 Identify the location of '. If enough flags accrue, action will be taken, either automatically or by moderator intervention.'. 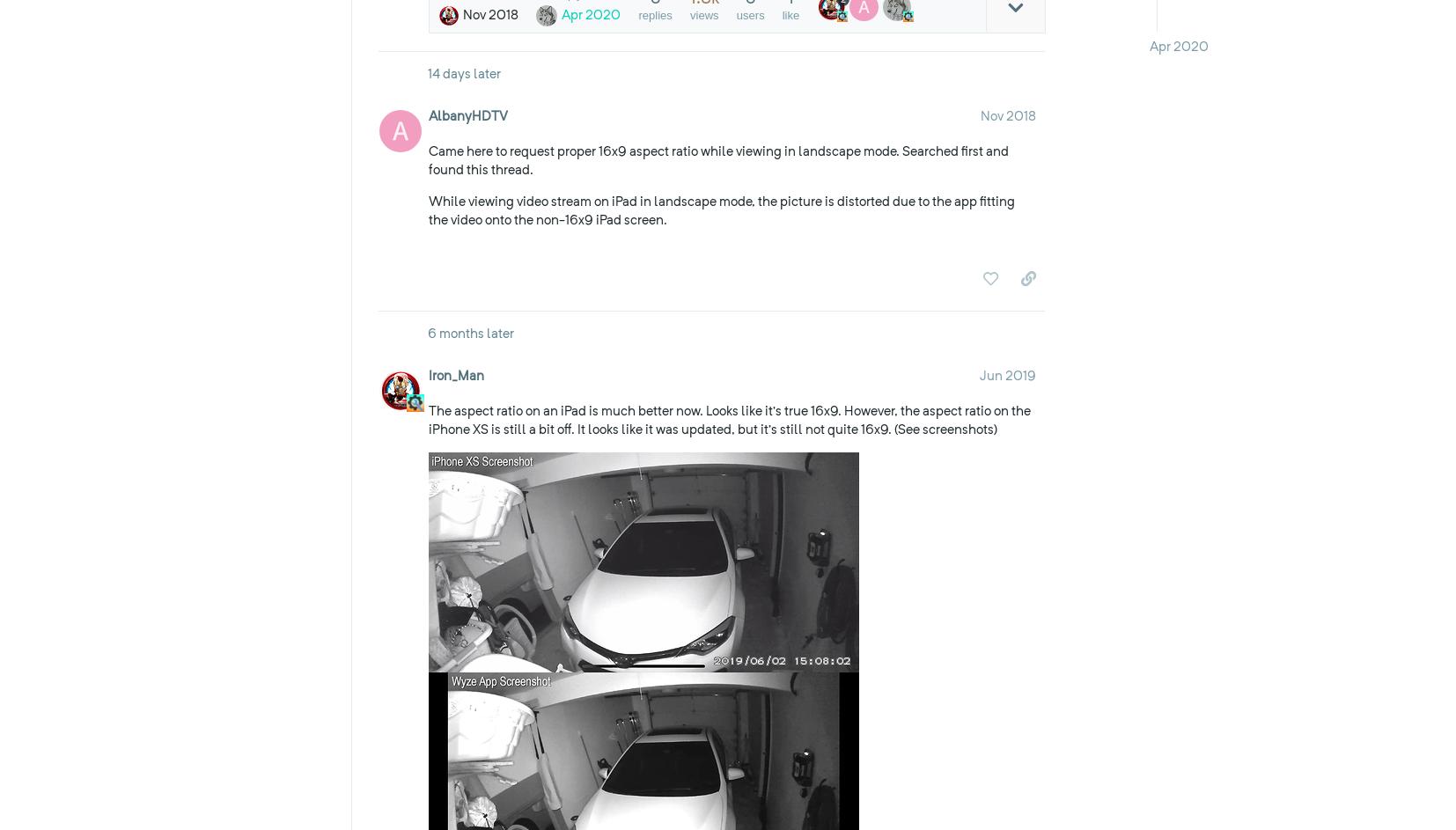
(847, 327).